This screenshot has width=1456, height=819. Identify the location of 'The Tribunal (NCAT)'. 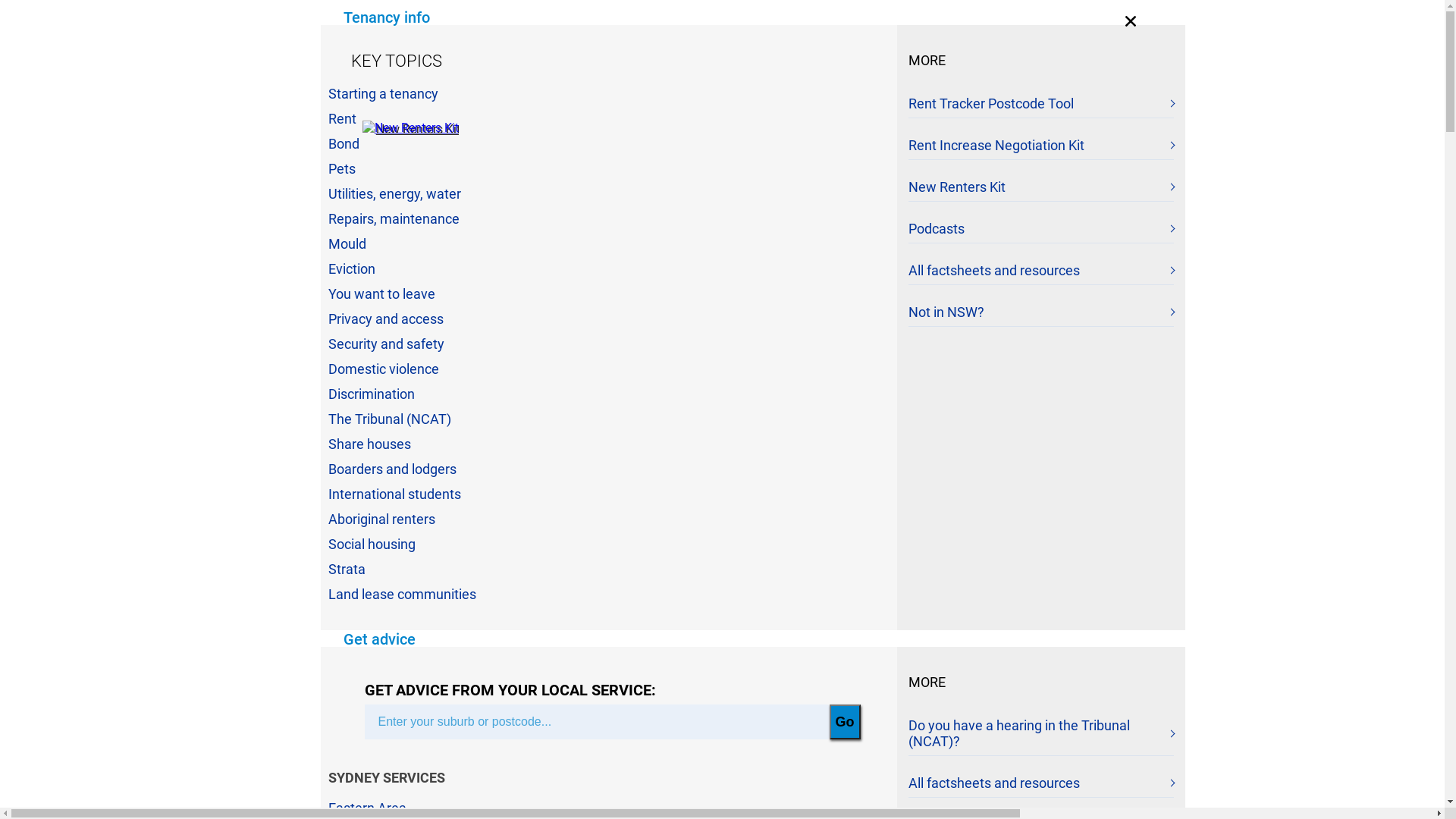
(389, 419).